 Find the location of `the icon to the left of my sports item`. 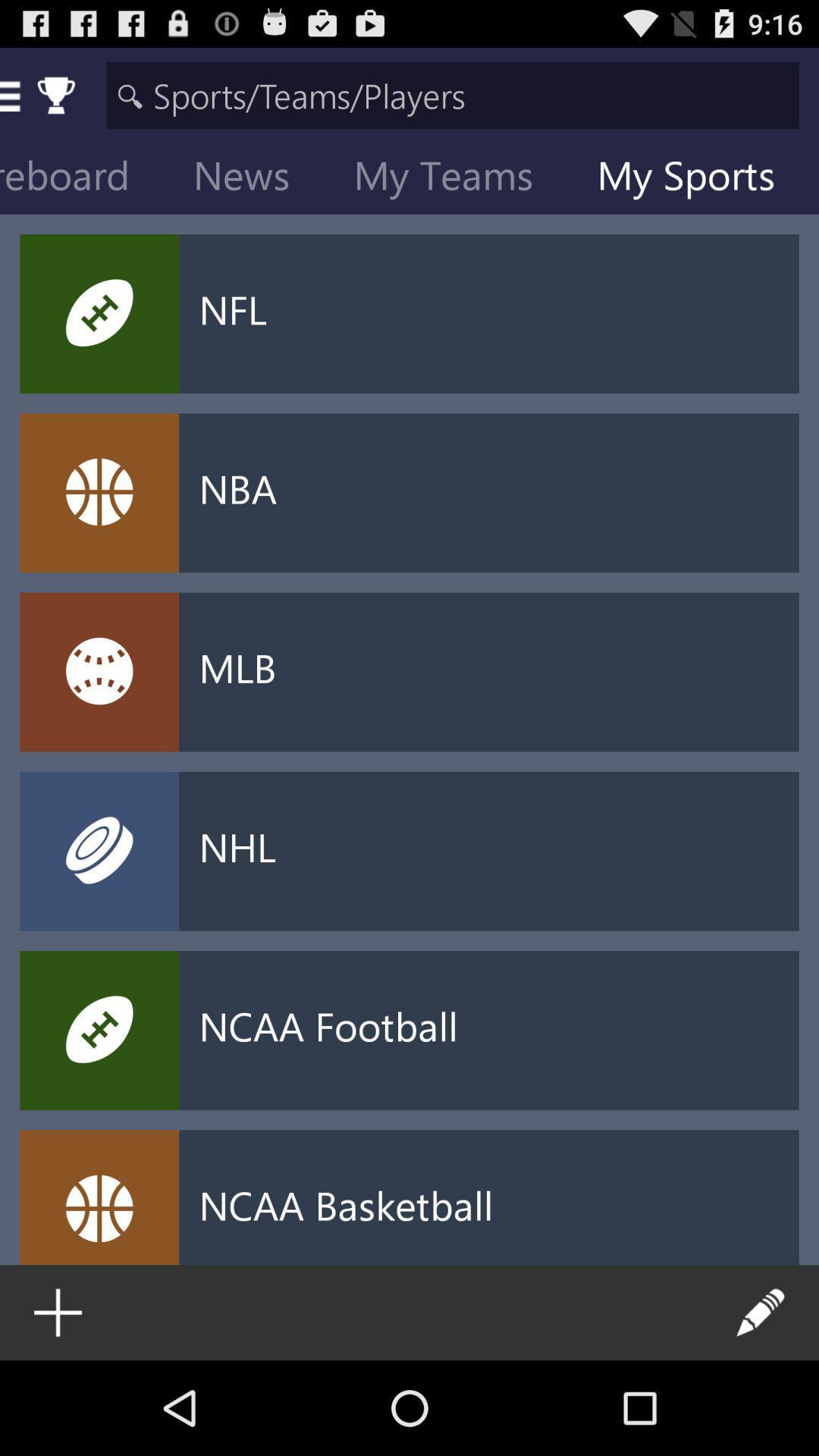

the icon to the left of my sports item is located at coordinates (454, 178).